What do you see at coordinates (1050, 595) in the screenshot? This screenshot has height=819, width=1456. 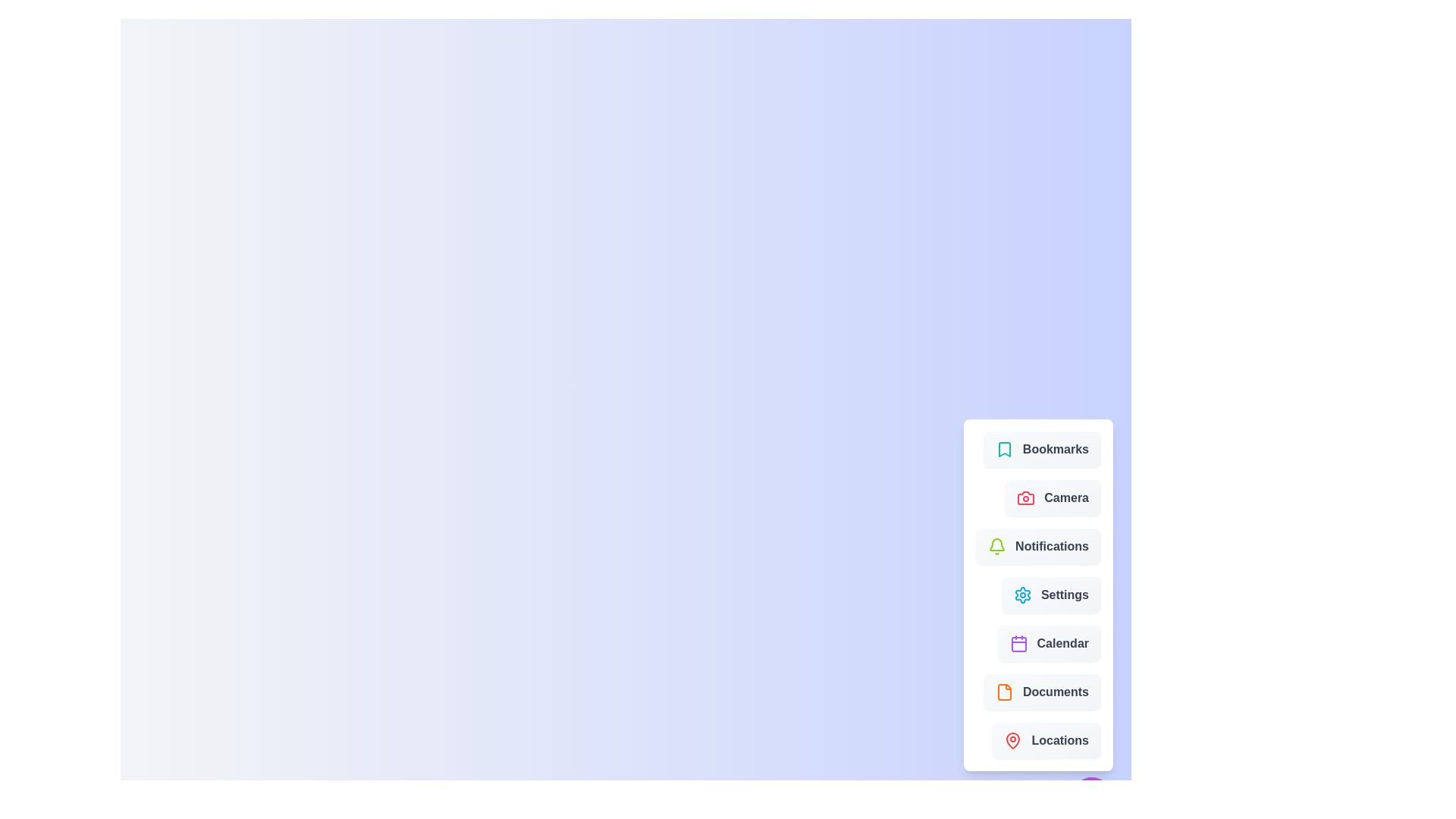 I see `the menu item corresponding to Settings to activate its action` at bounding box center [1050, 595].